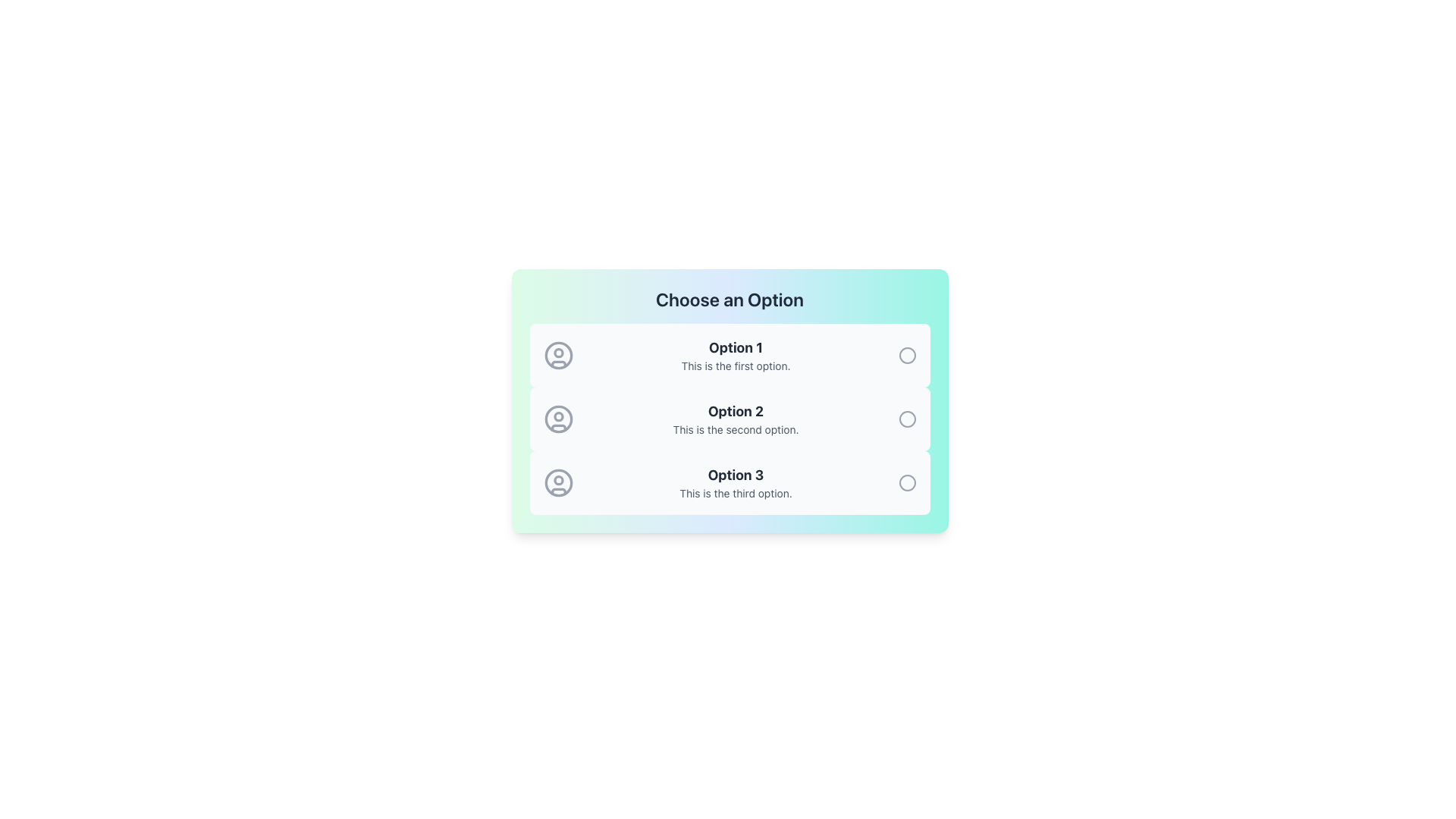 The image size is (1456, 819). What do you see at coordinates (907, 419) in the screenshot?
I see `the radio button for 'Option 2'` at bounding box center [907, 419].